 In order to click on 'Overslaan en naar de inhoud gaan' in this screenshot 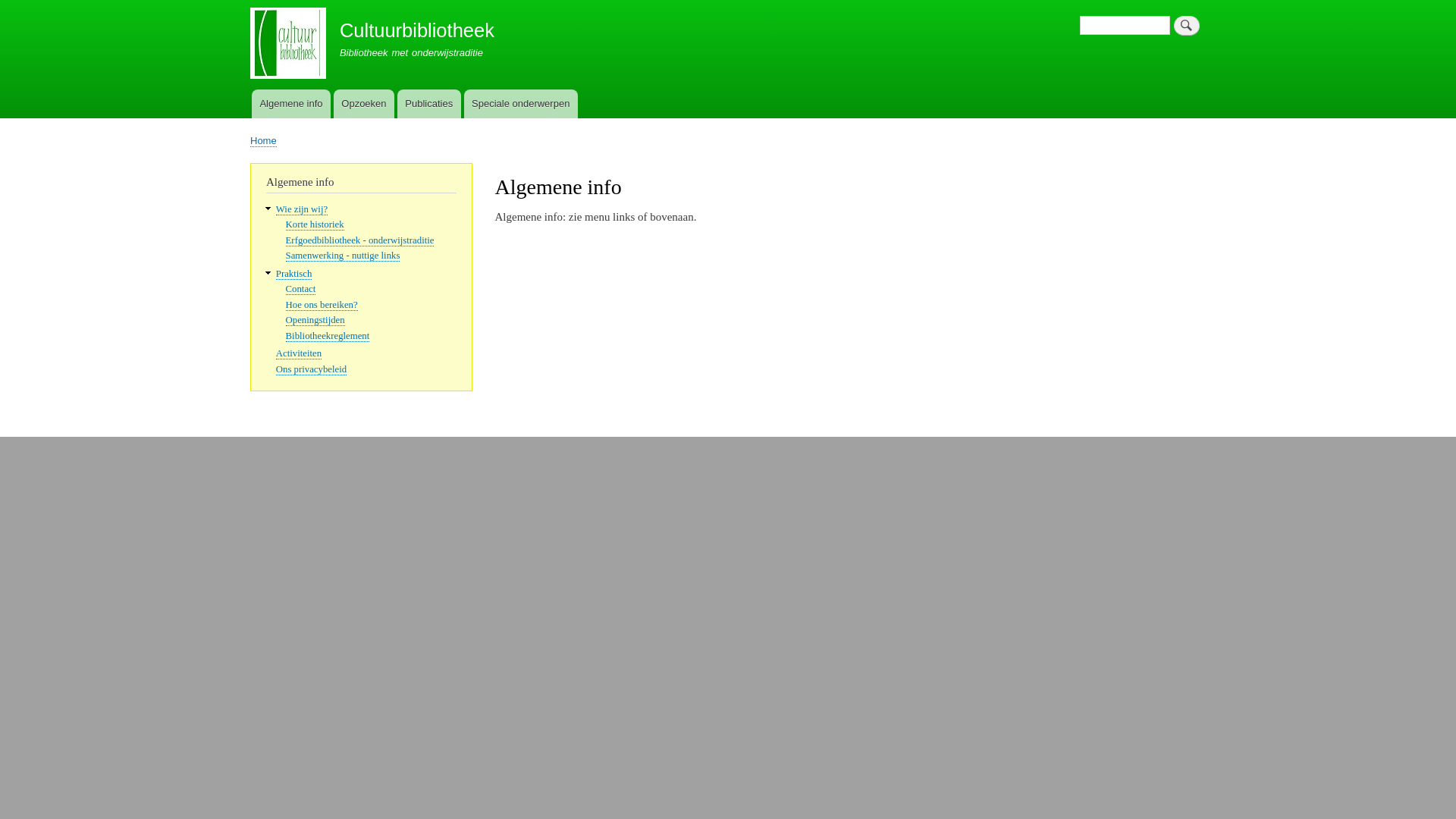, I will do `click(720, 2)`.